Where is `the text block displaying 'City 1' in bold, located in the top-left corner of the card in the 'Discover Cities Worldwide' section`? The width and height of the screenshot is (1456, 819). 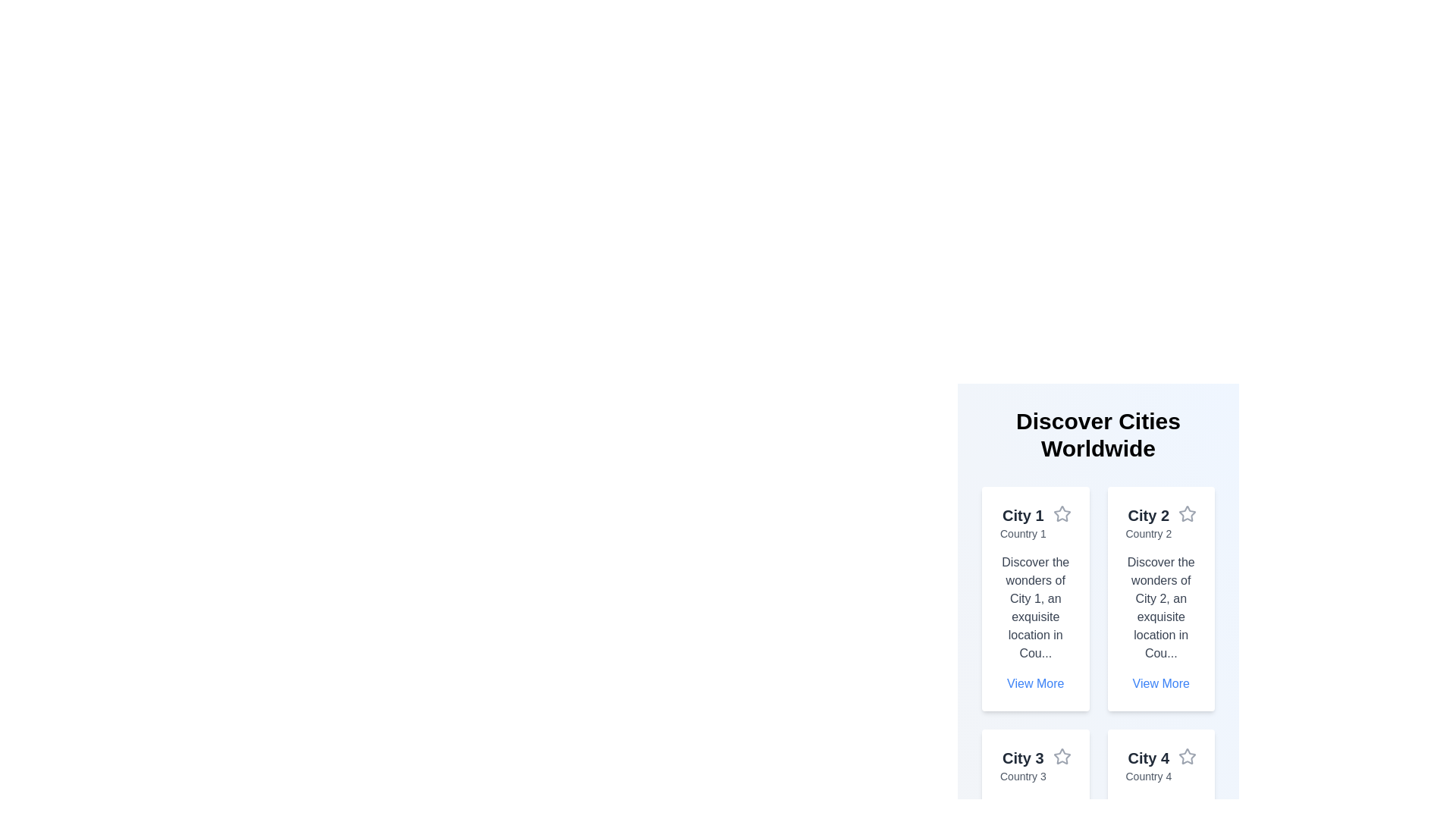
the text block displaying 'City 1' in bold, located in the top-left corner of the card in the 'Discover Cities Worldwide' section is located at coordinates (1034, 522).